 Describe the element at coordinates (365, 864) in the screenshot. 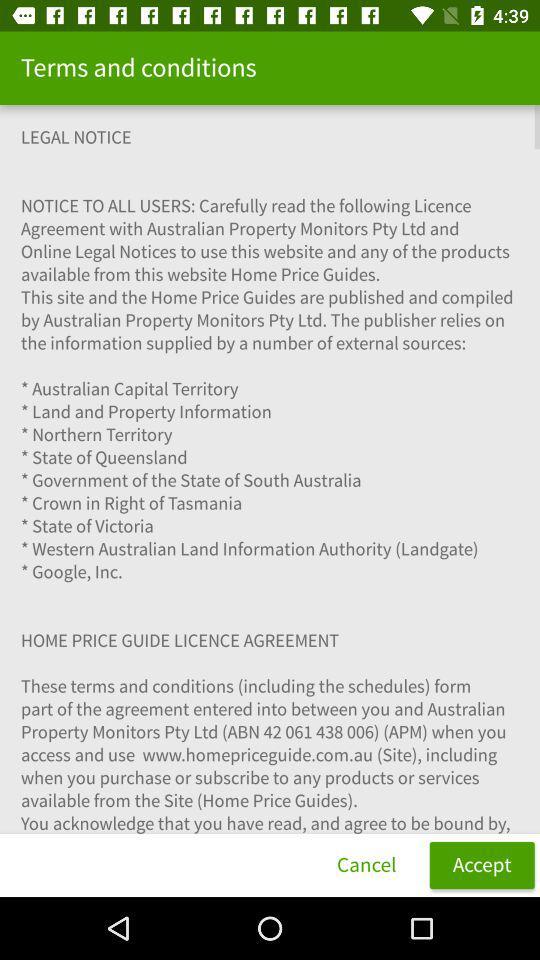

I see `the icon below the legal notice  item` at that location.